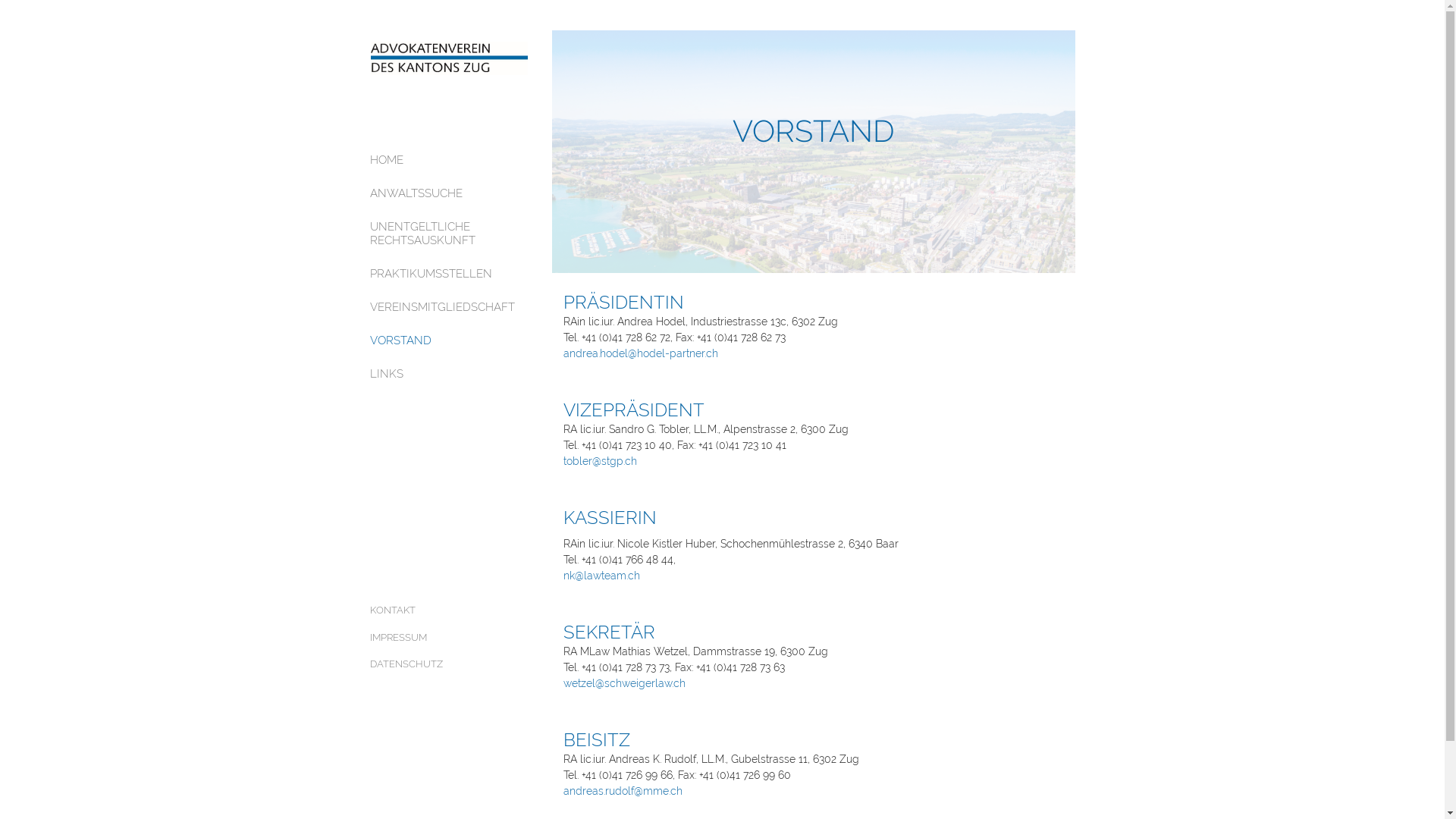 The width and height of the screenshot is (1456, 819). I want to click on 'HOME', so click(370, 160).